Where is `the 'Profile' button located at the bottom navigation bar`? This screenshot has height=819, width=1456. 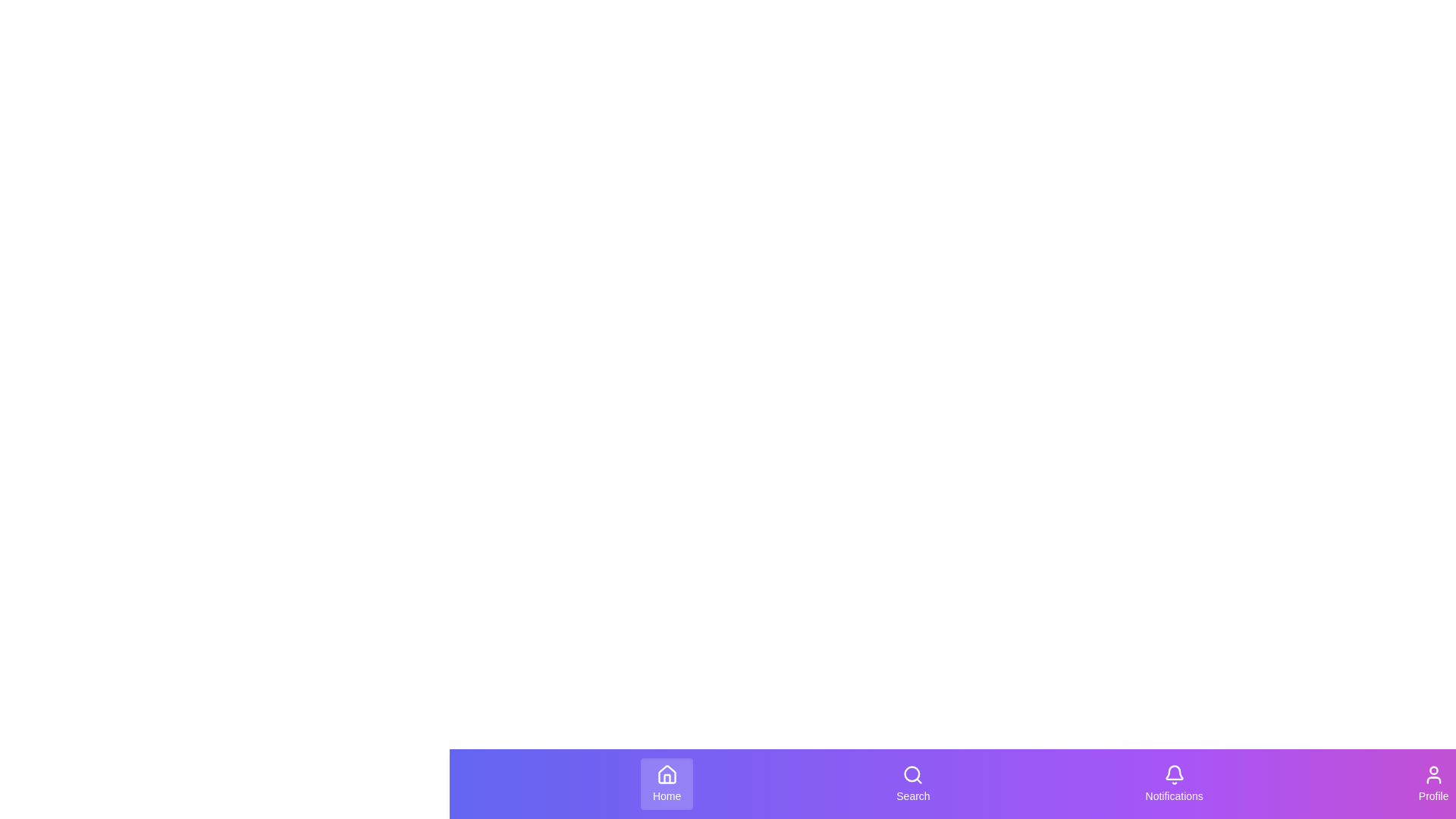 the 'Profile' button located at the bottom navigation bar is located at coordinates (1432, 783).